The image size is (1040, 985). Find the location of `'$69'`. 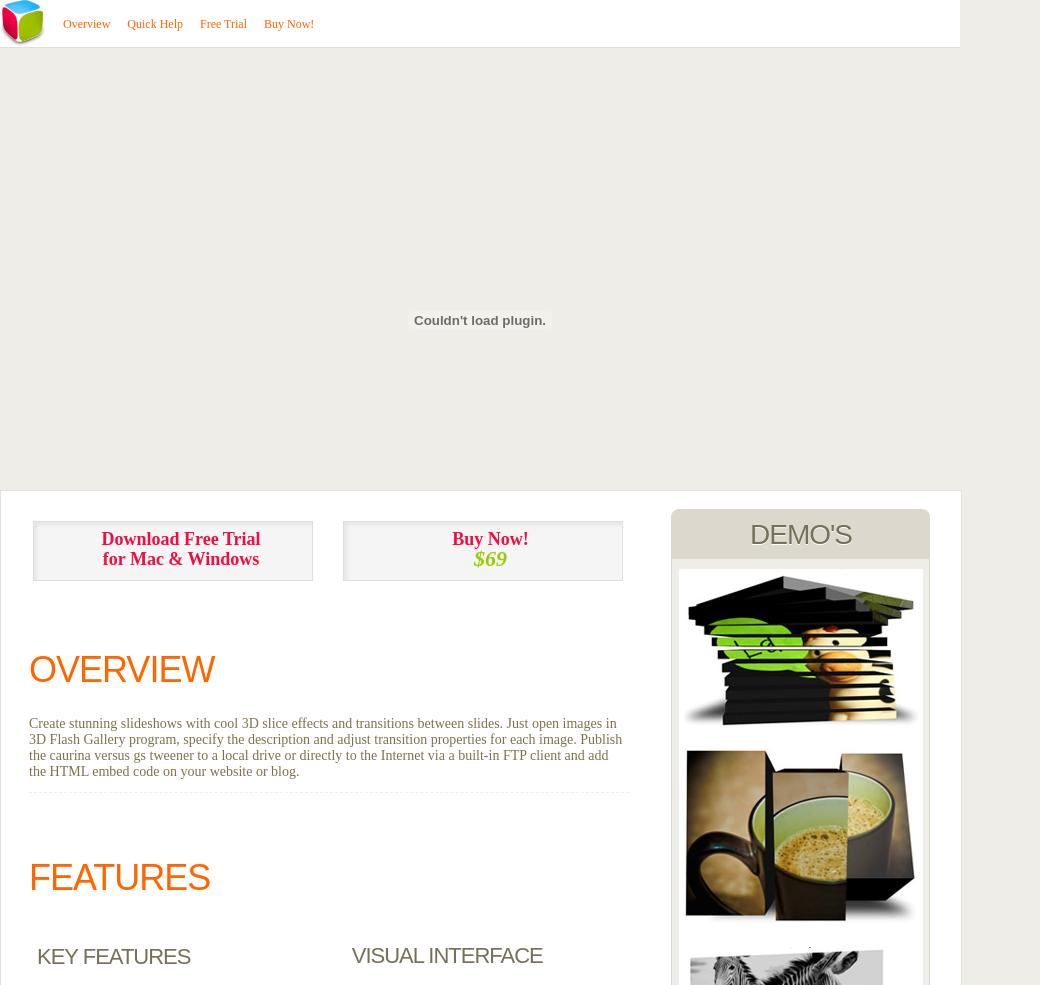

'$69' is located at coordinates (490, 558).